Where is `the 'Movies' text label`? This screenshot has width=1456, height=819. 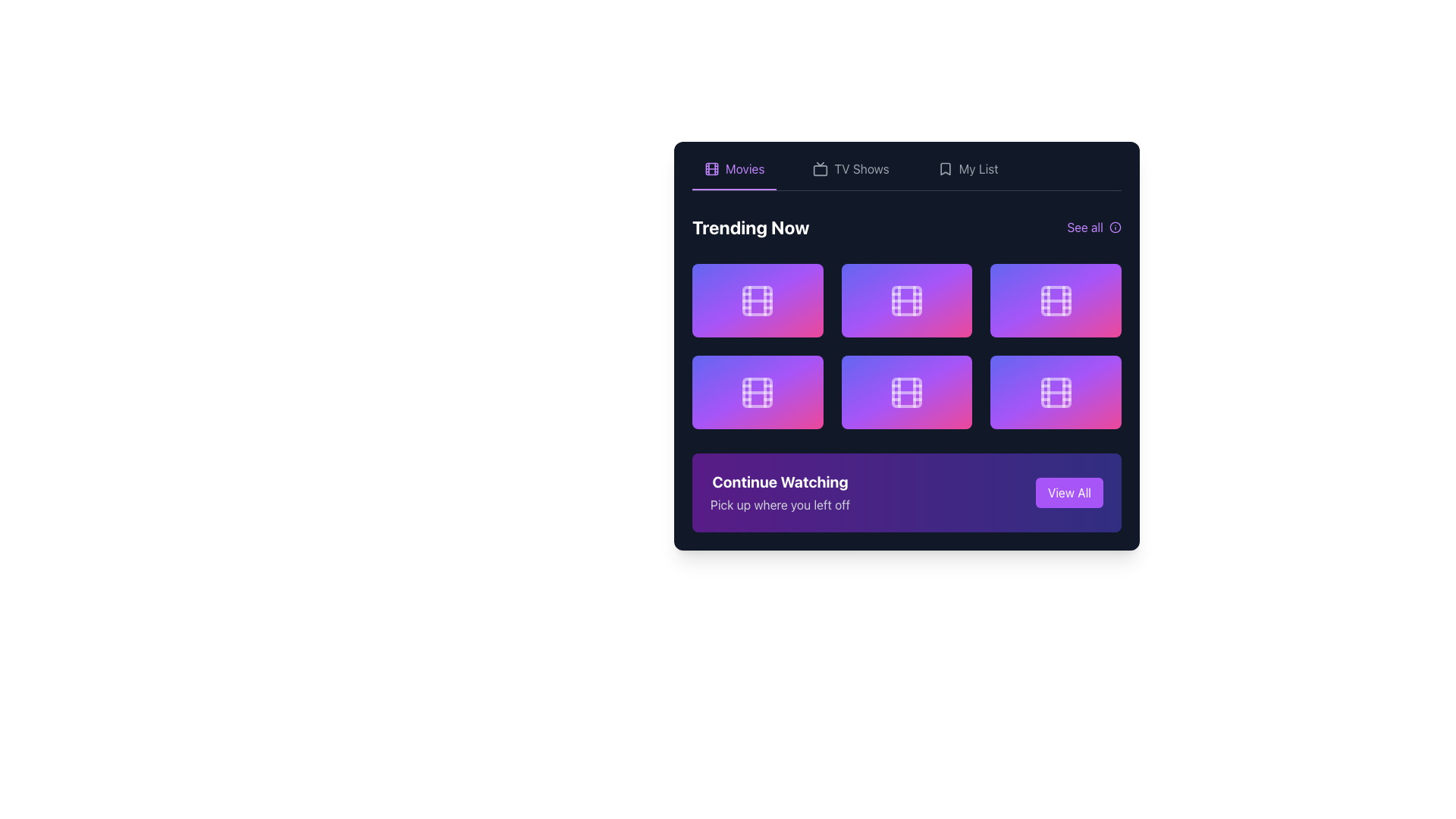 the 'Movies' text label is located at coordinates (745, 169).